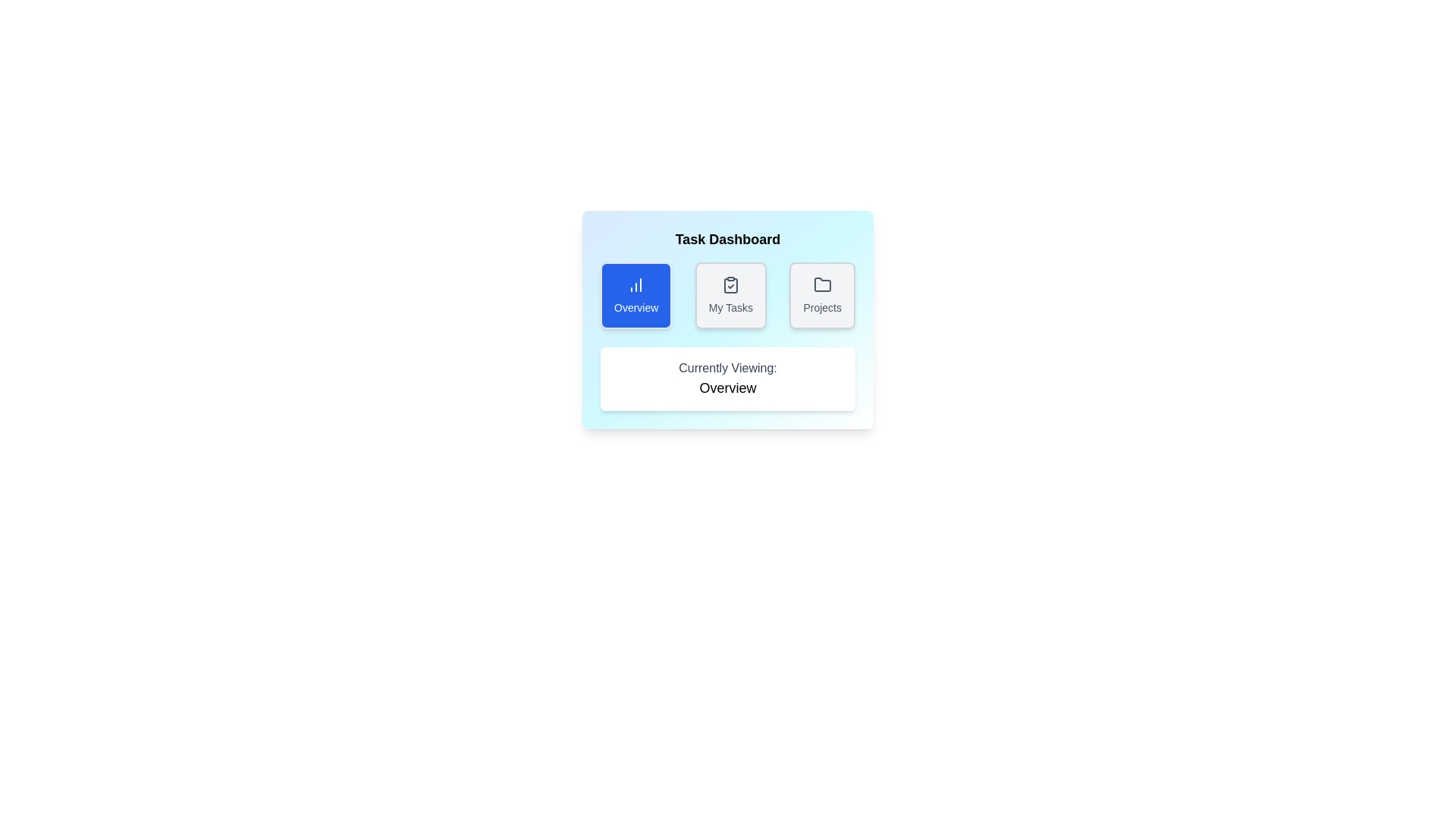 The height and width of the screenshot is (819, 1456). Describe the element at coordinates (730, 284) in the screenshot. I see `the icon of the tab labeled 'My Tasks' for inspection` at that location.